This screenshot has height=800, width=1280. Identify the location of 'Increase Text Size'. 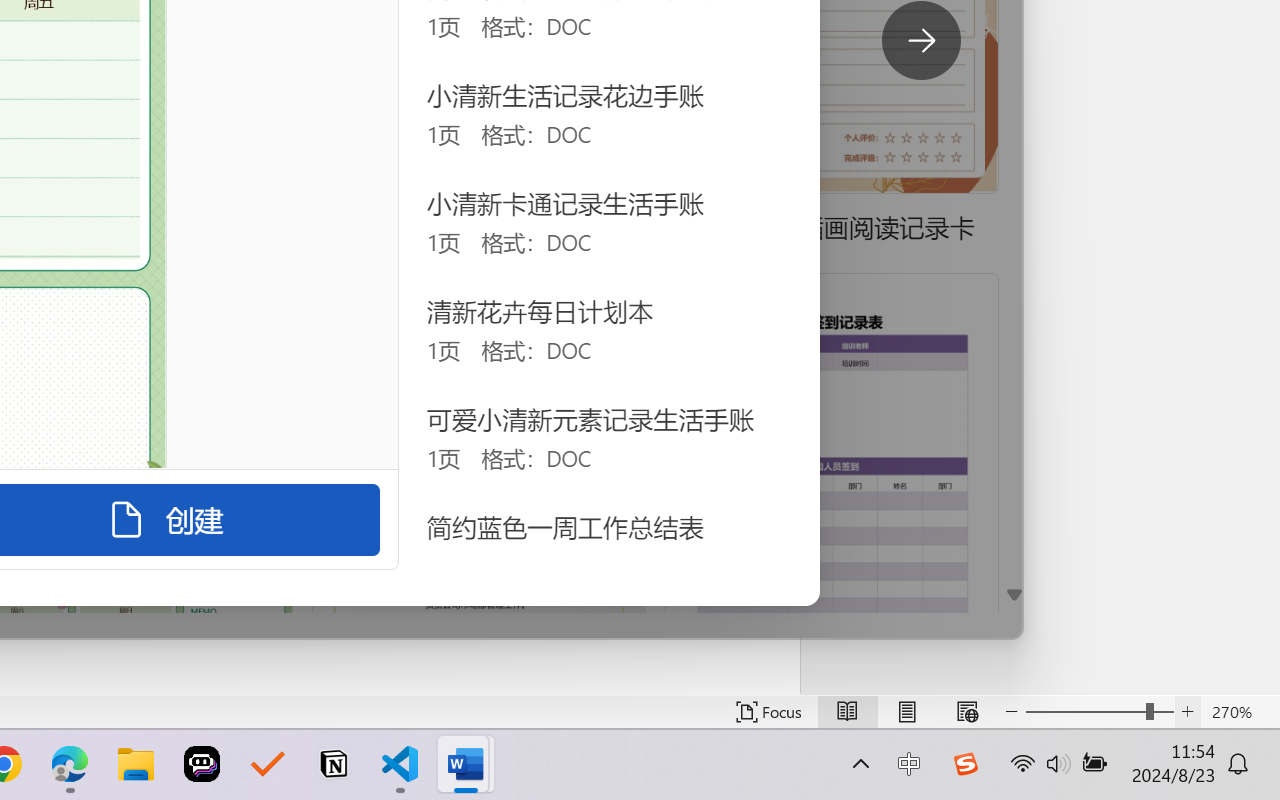
(1187, 711).